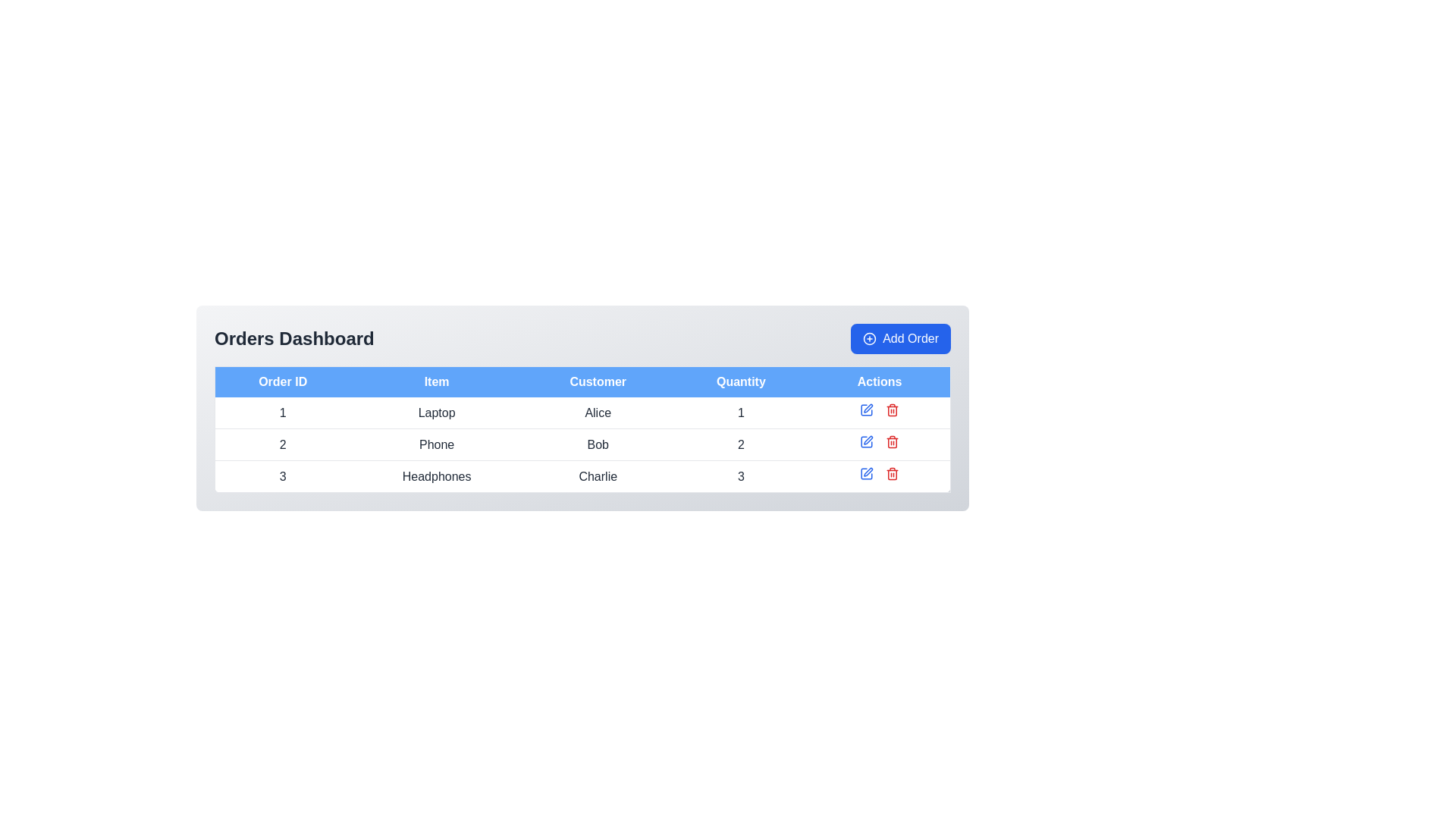 The height and width of the screenshot is (819, 1456). What do you see at coordinates (582, 475) in the screenshot?
I see `the third row` at bounding box center [582, 475].